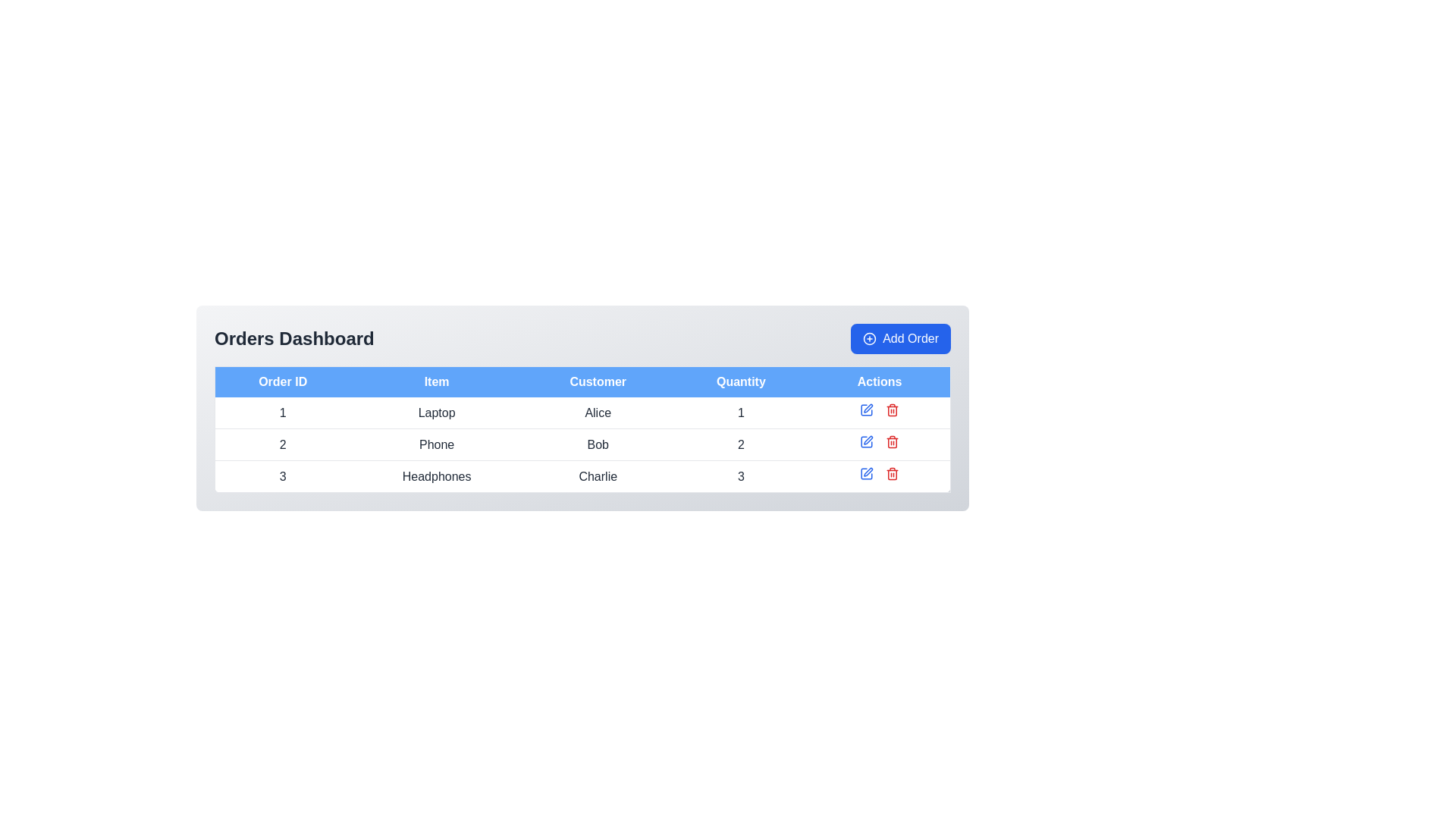 The height and width of the screenshot is (819, 1456). What do you see at coordinates (582, 475) in the screenshot?
I see `the third row` at bounding box center [582, 475].